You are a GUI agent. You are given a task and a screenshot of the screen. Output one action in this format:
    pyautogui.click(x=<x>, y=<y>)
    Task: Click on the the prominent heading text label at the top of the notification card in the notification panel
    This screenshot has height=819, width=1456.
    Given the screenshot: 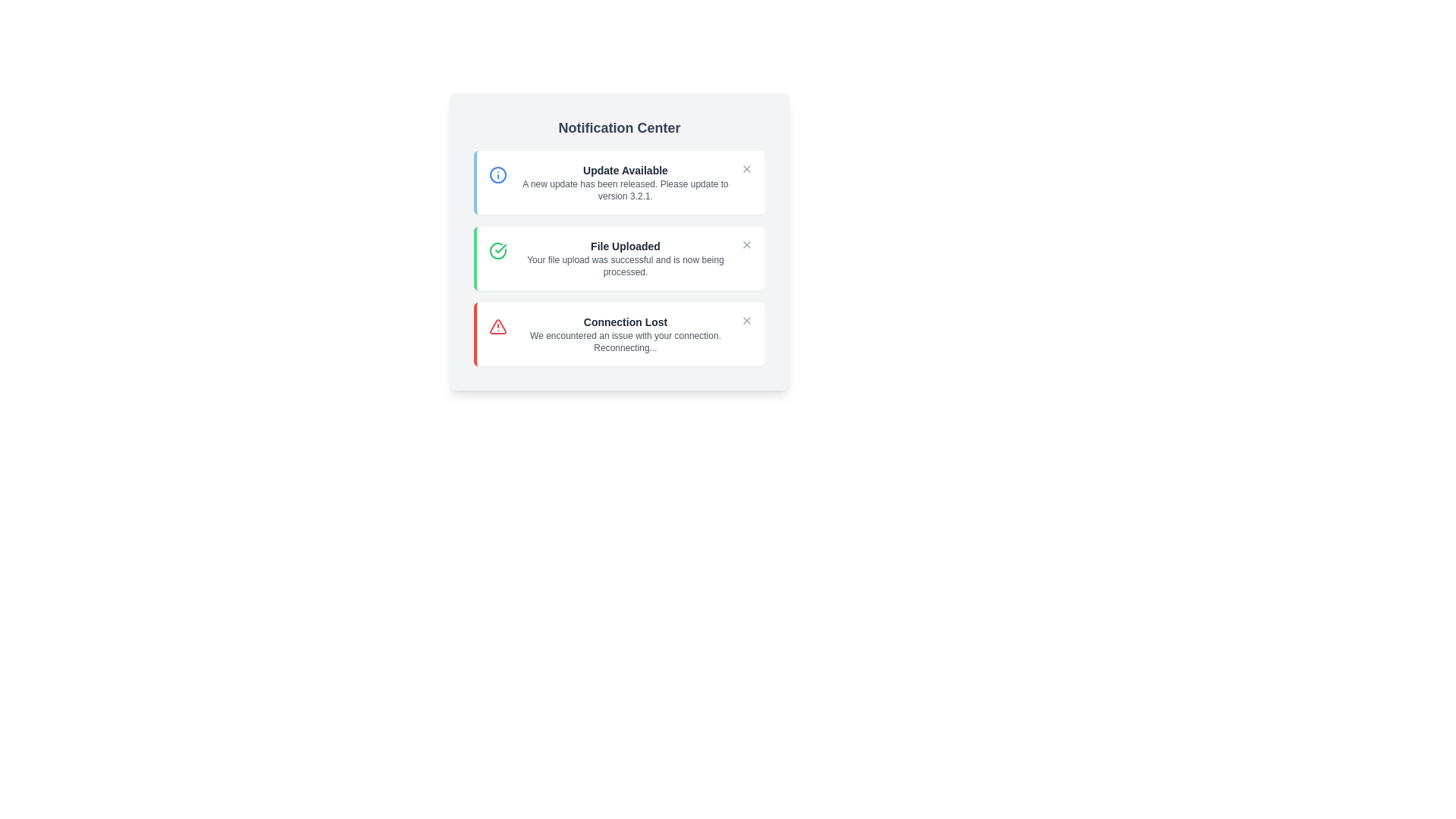 What is the action you would take?
    pyautogui.click(x=626, y=170)
    